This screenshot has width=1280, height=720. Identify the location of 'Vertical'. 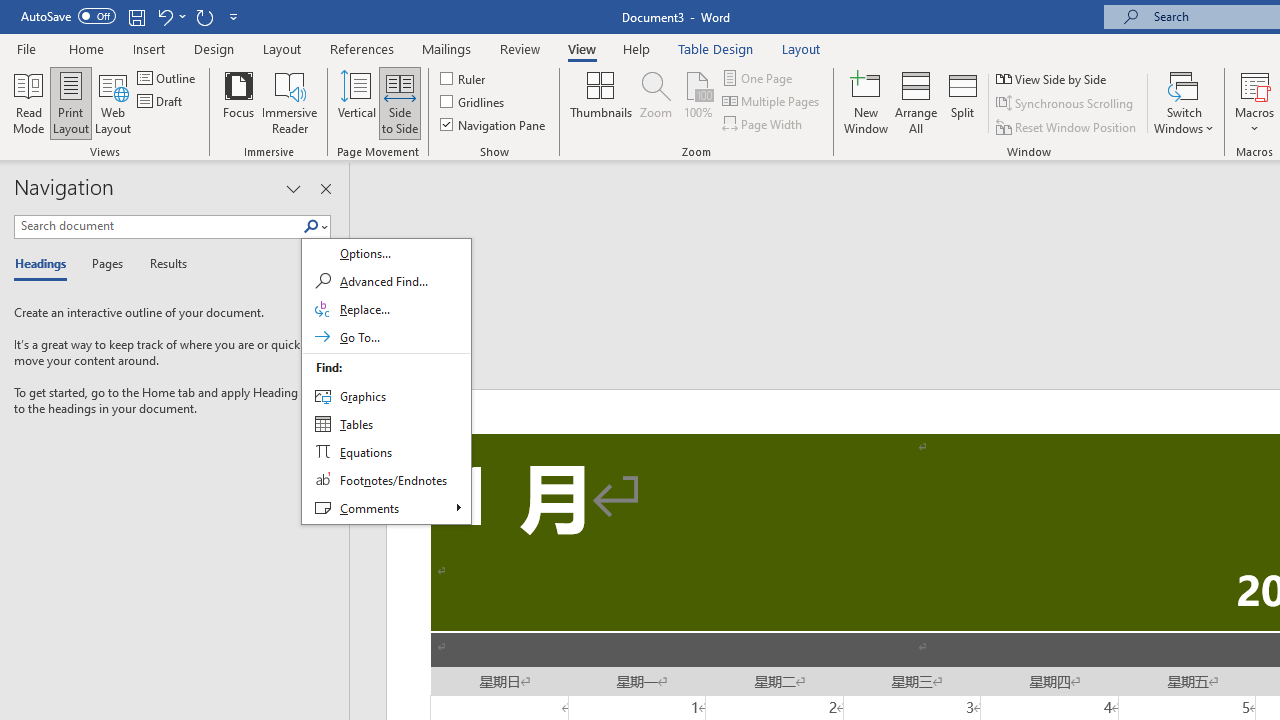
(357, 103).